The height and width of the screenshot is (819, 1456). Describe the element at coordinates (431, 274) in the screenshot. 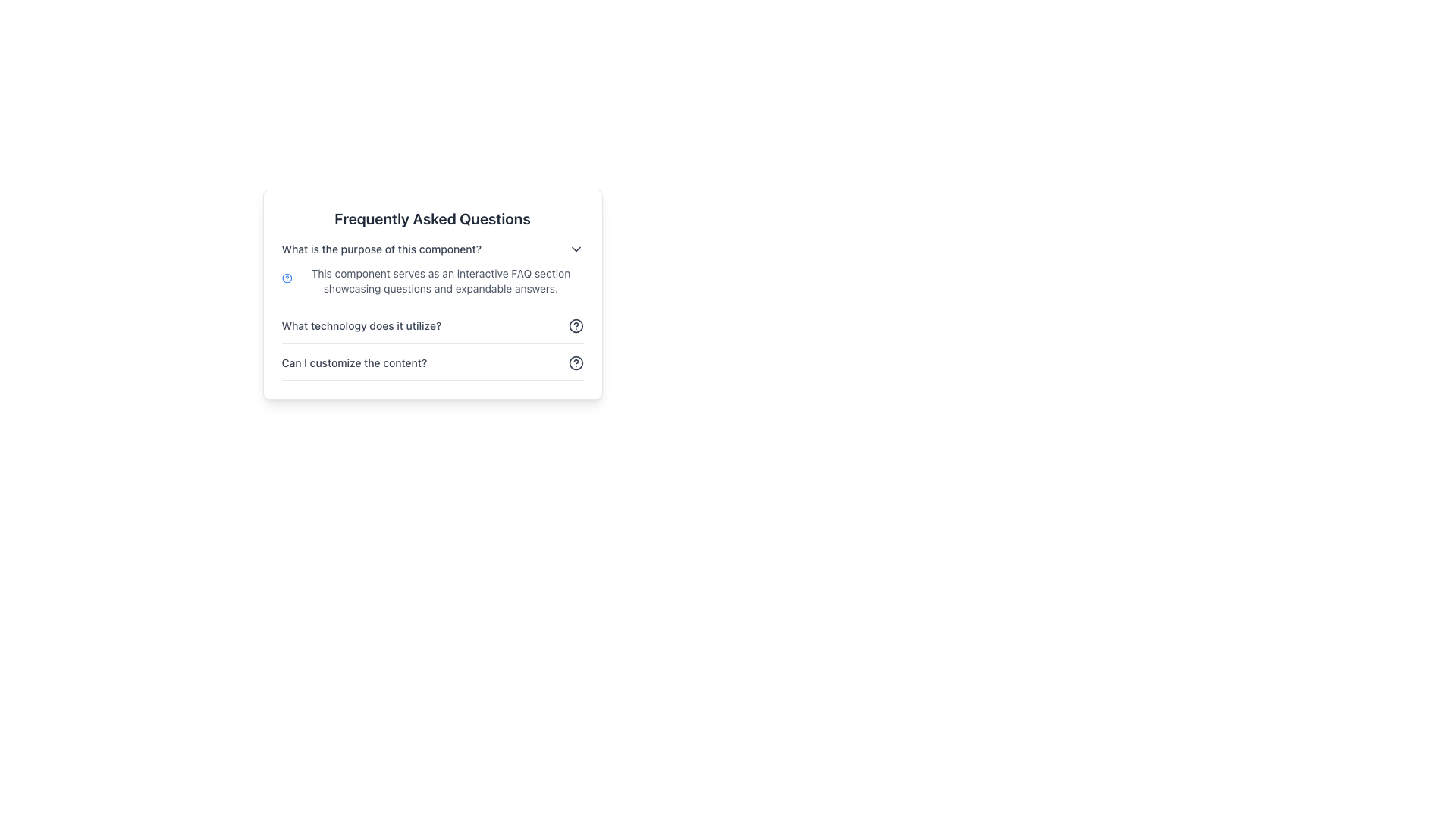

I see `the top question in the FAQ list to read the question and answer content` at that location.